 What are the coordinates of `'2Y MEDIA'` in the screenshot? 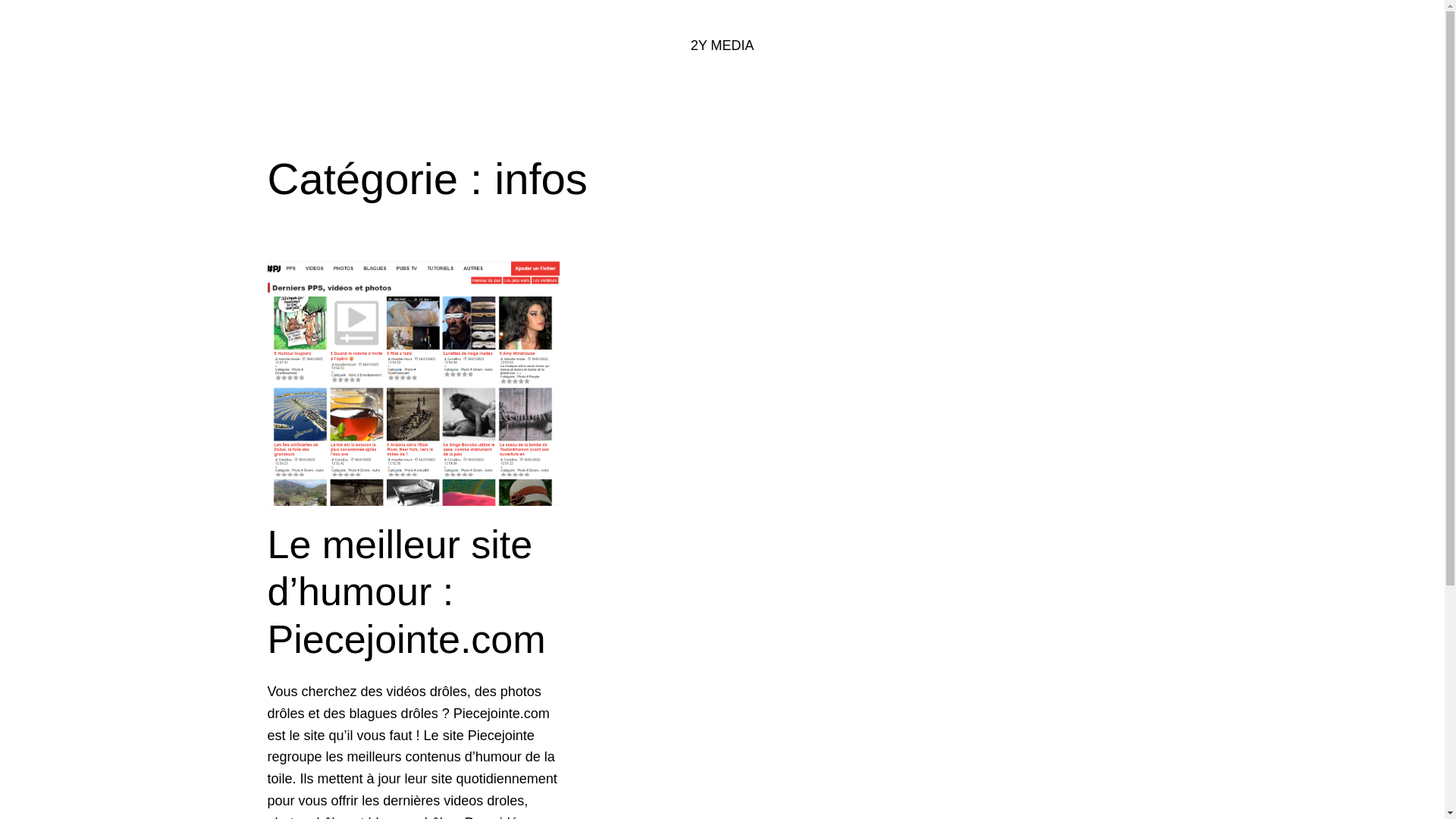 It's located at (690, 45).